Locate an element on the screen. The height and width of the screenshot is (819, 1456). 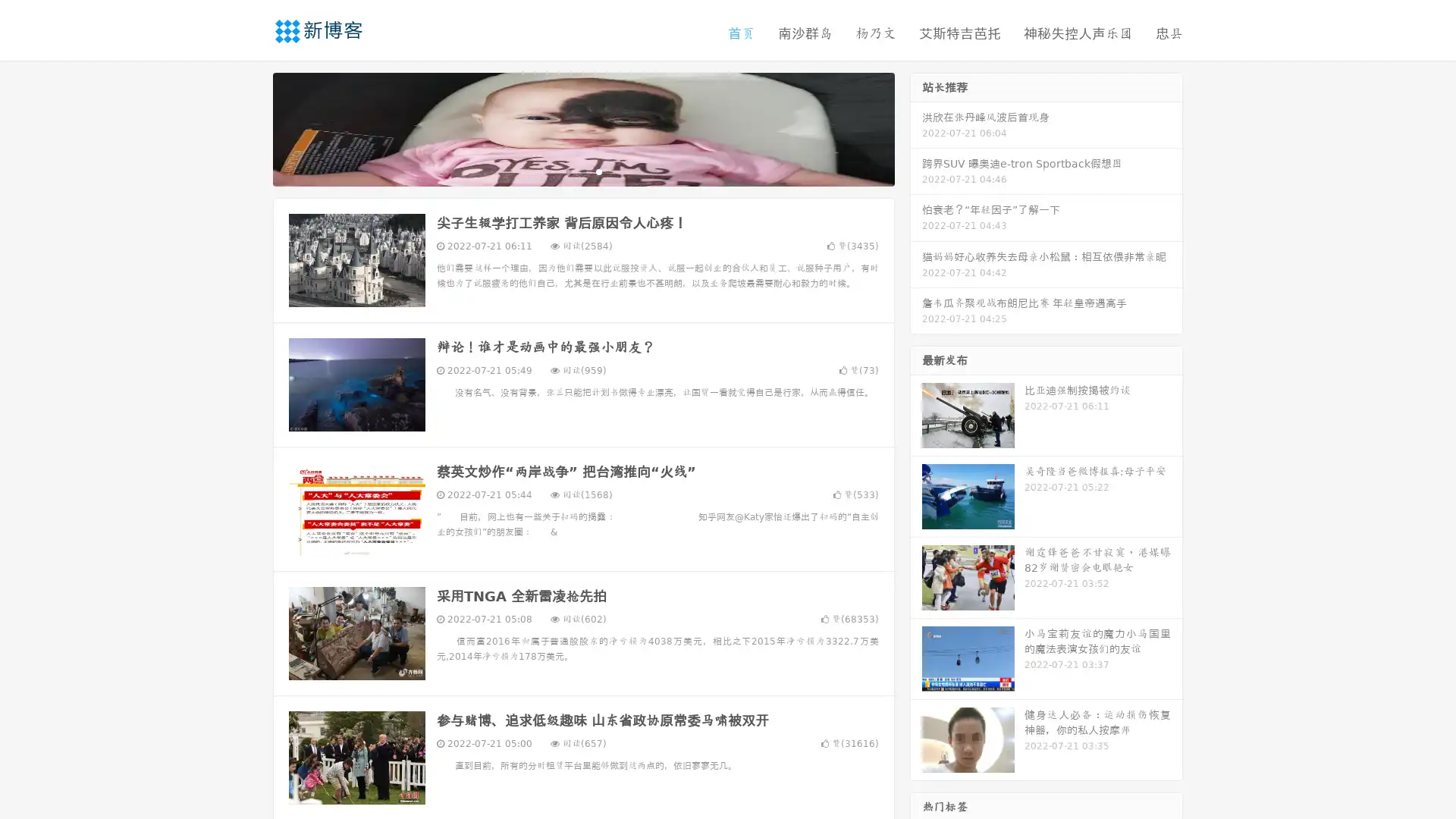
Go to slide 3 is located at coordinates (598, 171).